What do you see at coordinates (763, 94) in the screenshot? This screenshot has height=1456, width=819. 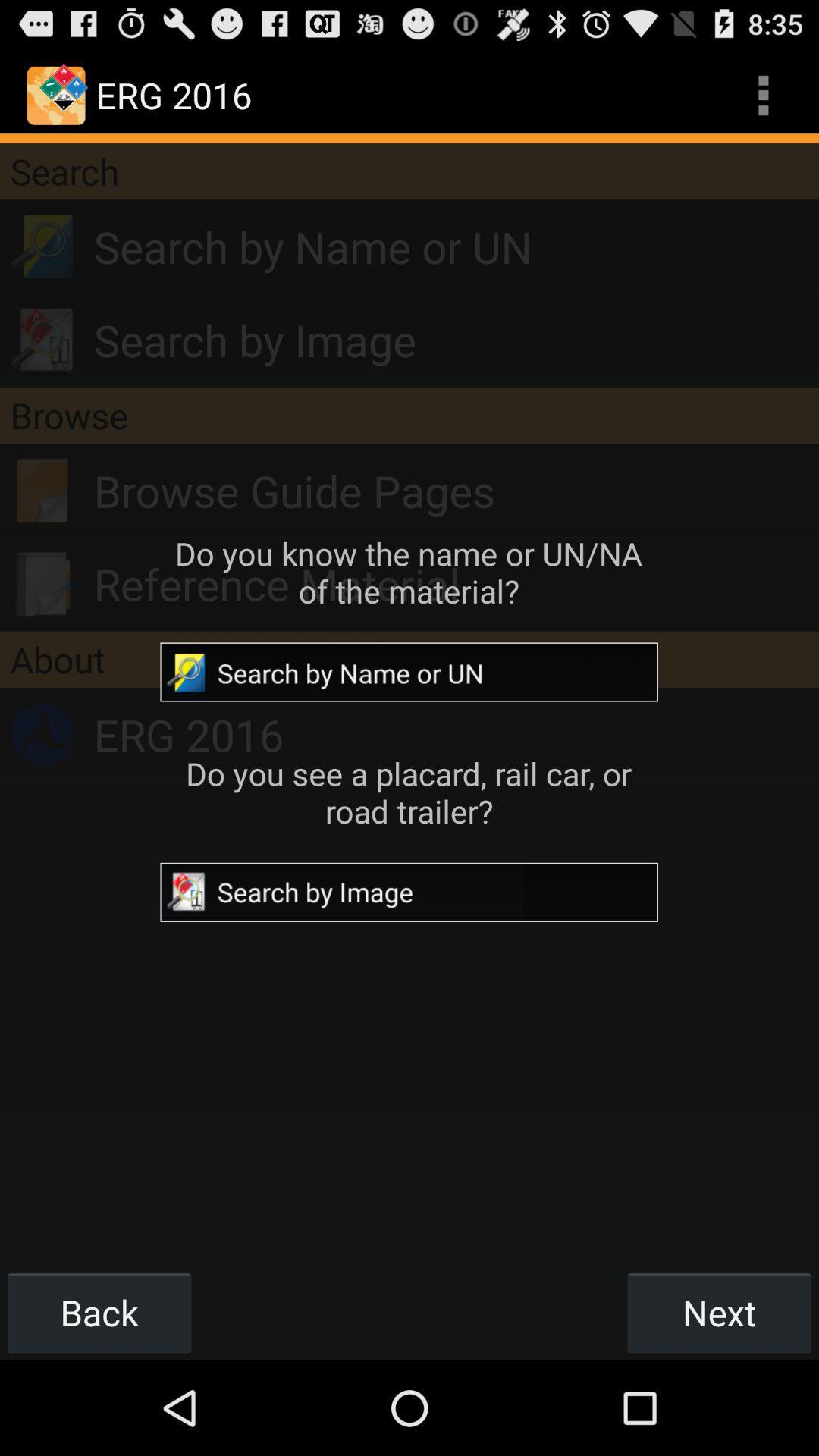 I see `the item next to the erg 2016` at bounding box center [763, 94].